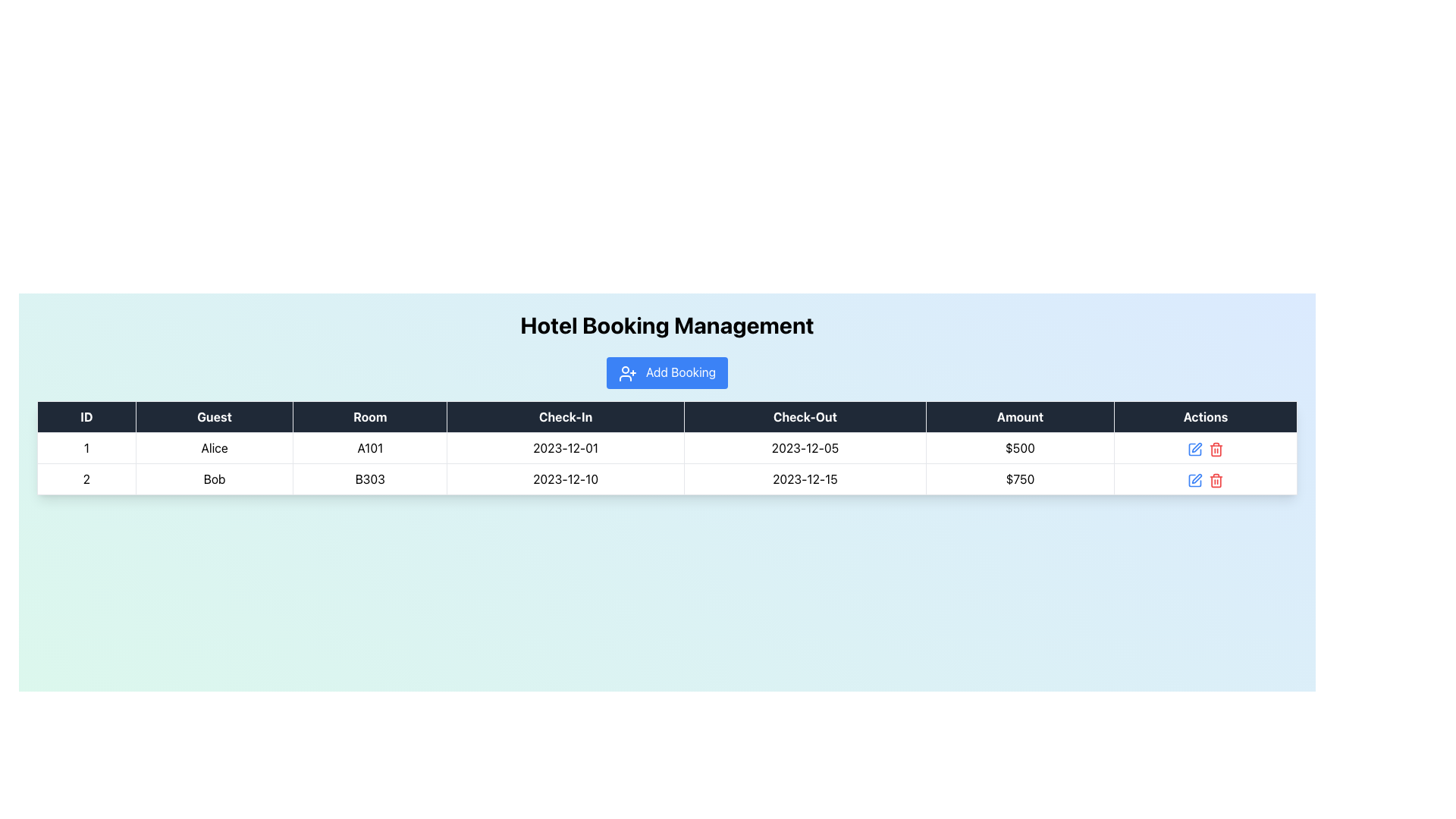 Image resolution: width=1456 pixels, height=819 pixels. Describe the element at coordinates (565, 447) in the screenshot. I see `the table cell displaying the check-in date for a specific booking, located in the fourth column of the first data row under the 'Check-In' header` at that location.